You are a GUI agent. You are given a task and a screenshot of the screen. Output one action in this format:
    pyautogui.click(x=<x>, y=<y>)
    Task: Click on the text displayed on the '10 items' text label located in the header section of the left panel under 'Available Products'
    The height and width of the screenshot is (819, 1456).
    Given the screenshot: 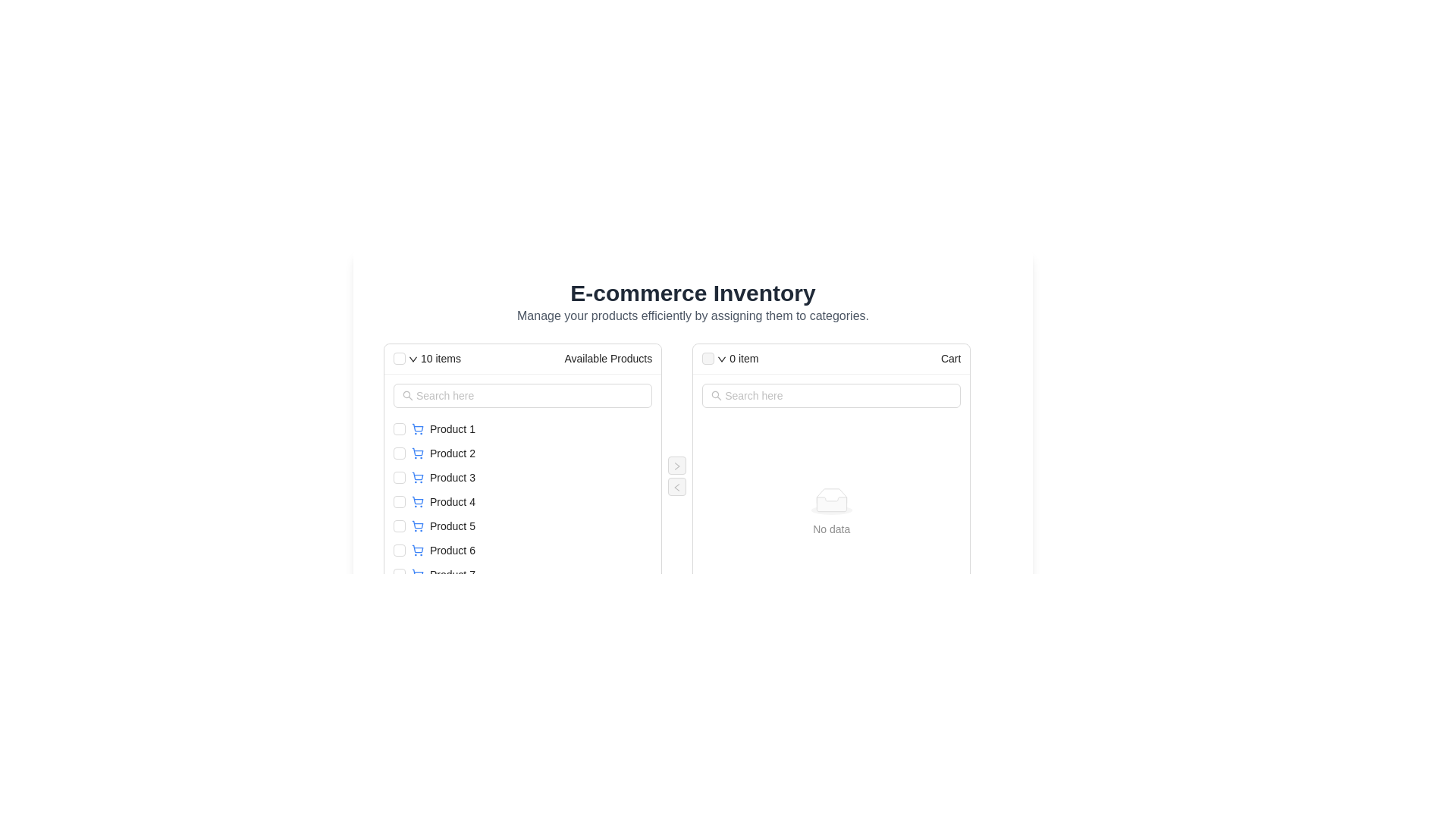 What is the action you would take?
    pyautogui.click(x=440, y=359)
    